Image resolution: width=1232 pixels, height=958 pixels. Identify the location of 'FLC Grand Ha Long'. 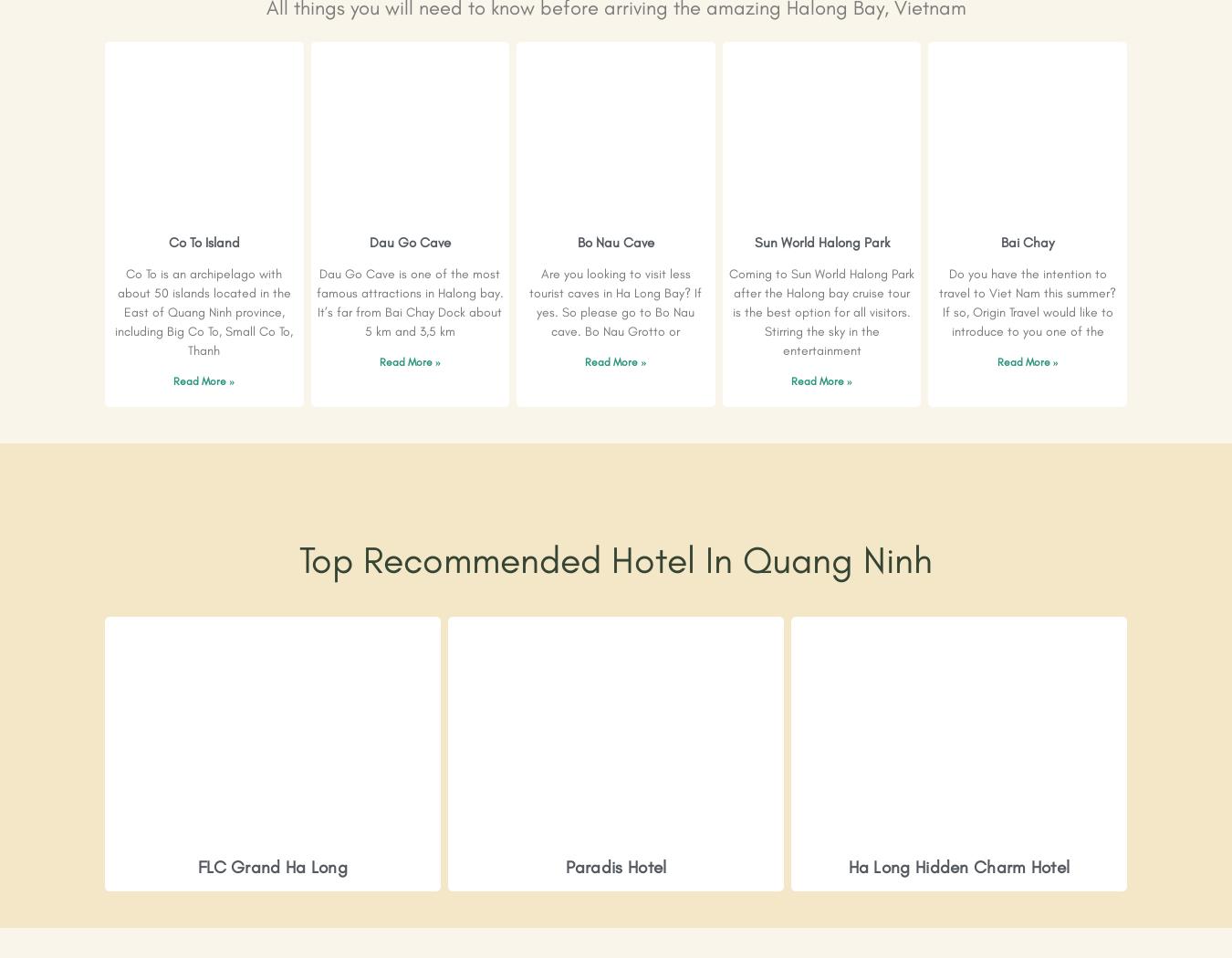
(271, 866).